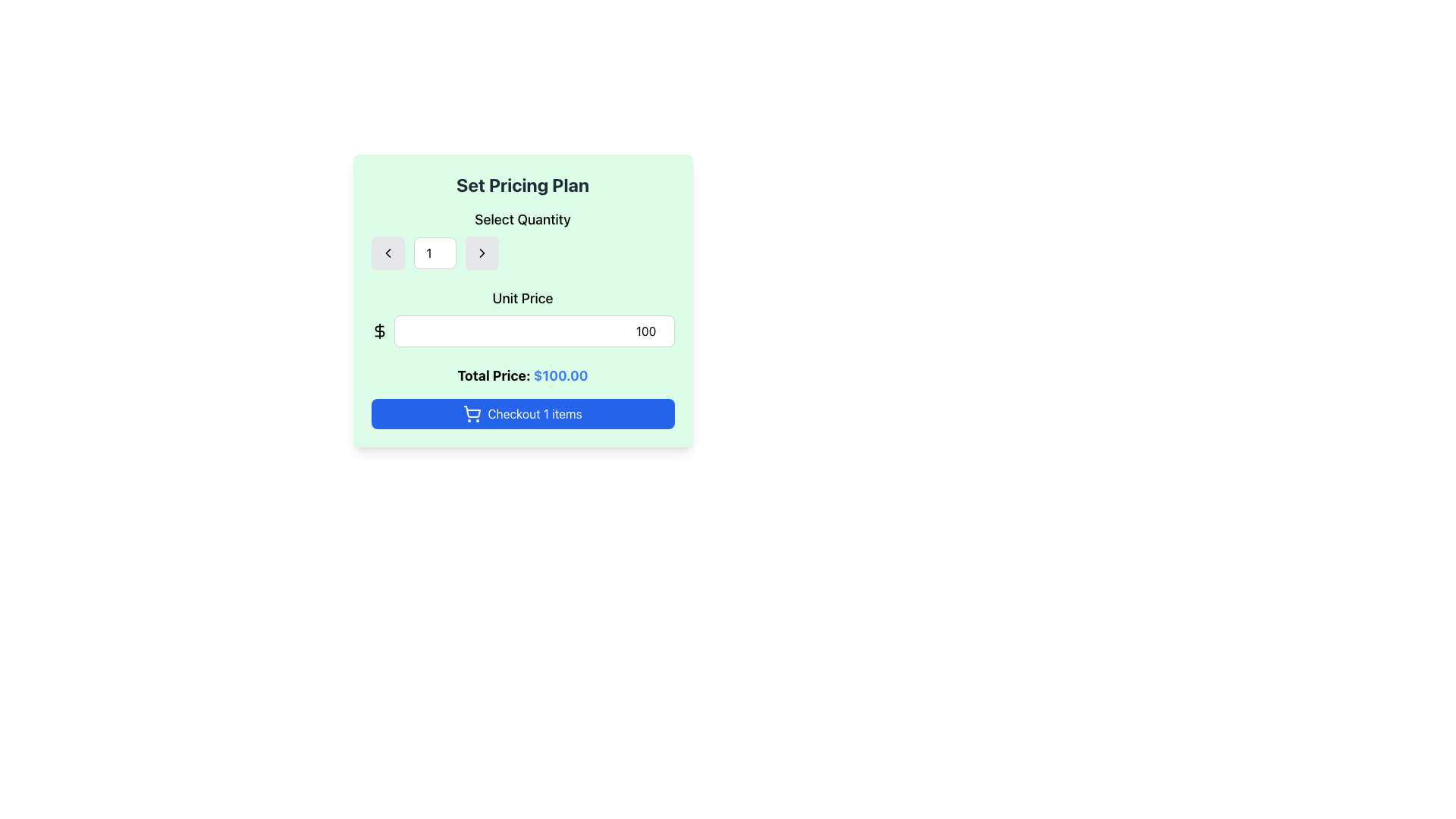 The image size is (1456, 819). What do you see at coordinates (481, 253) in the screenshot?
I see `the increment button positioned to the right of the numeric input box to increase the displayed value` at bounding box center [481, 253].